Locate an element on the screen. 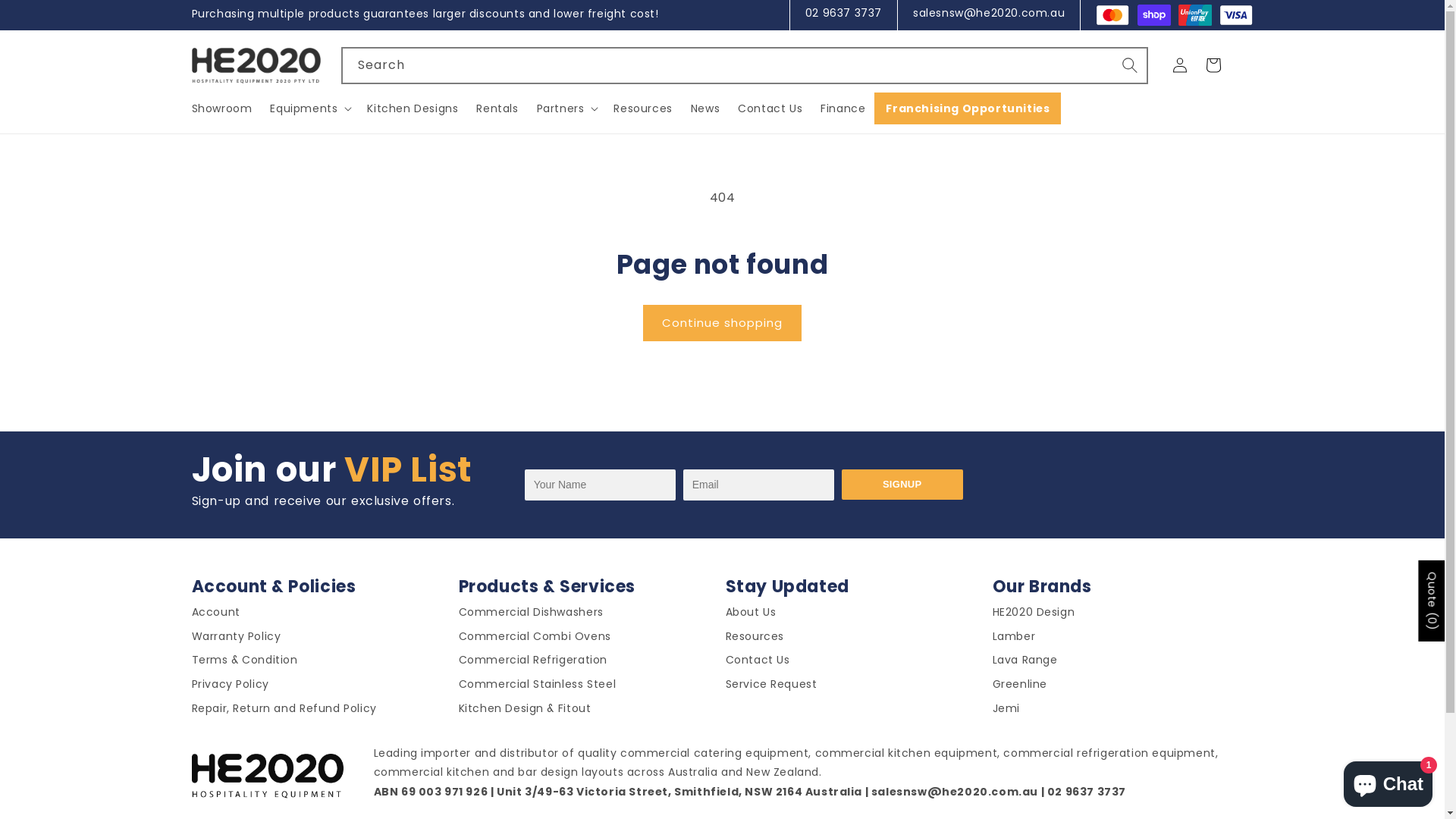  'Commercial Dishwashers' is located at coordinates (530, 615).